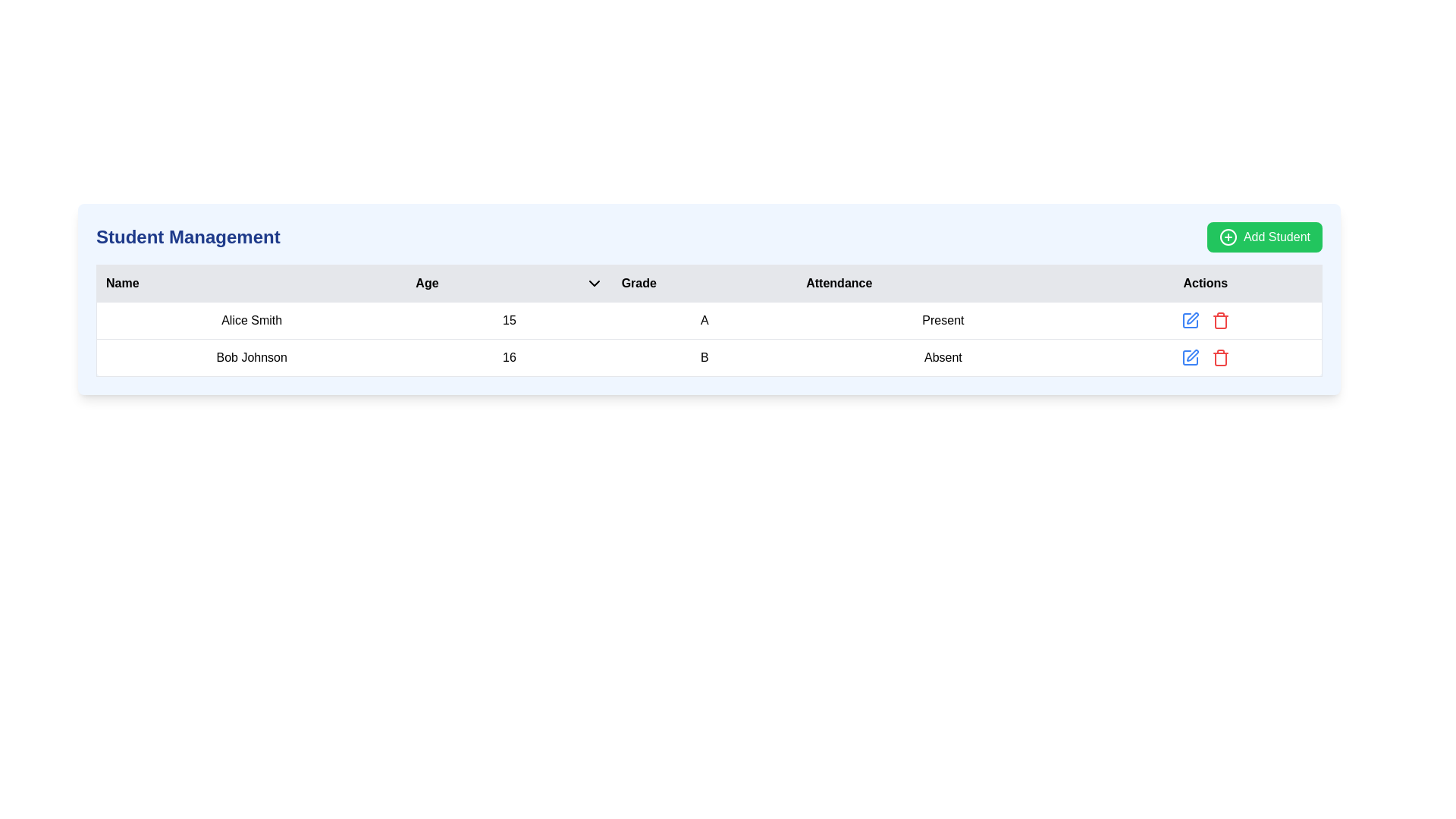  What do you see at coordinates (1191, 318) in the screenshot?
I see `the pen icon of the edit button located in the 'Actions' column of the table row corresponding to 'Alice Smith' to initiate editing` at bounding box center [1191, 318].